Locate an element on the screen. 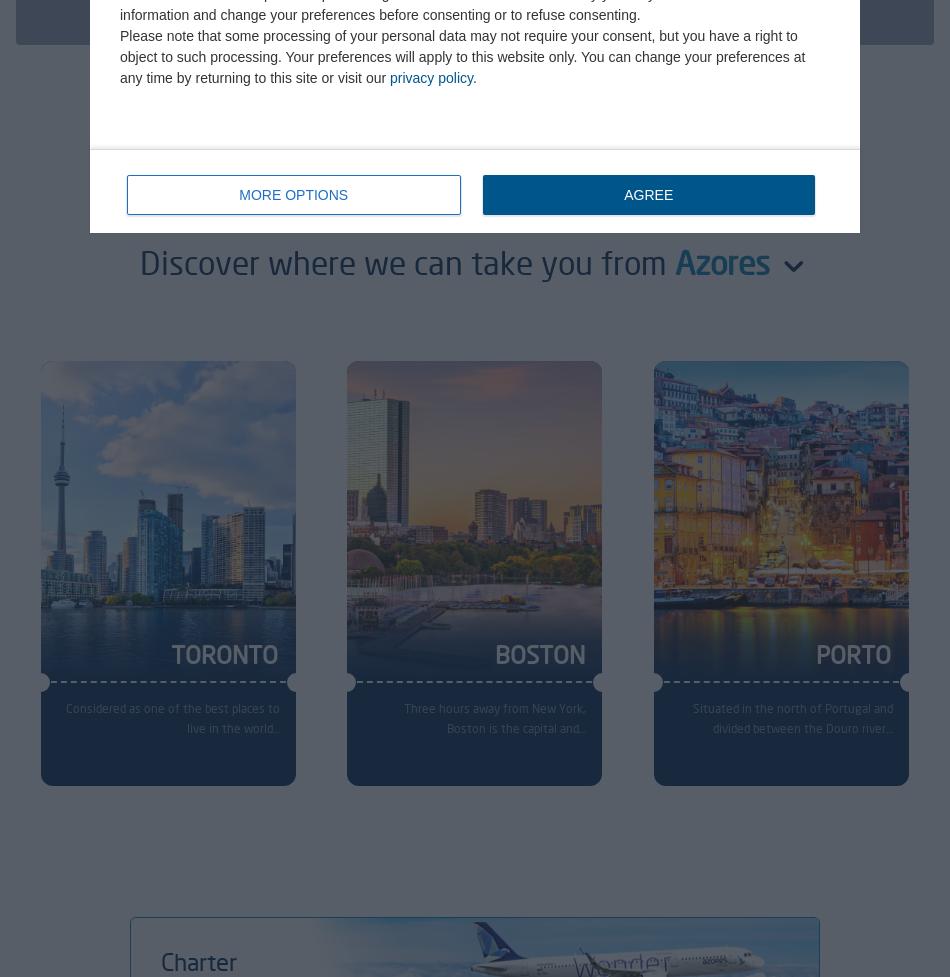 This screenshot has width=950, height=977. 'Situated in the north of Portugal and divided between the Douro river…' is located at coordinates (791, 717).